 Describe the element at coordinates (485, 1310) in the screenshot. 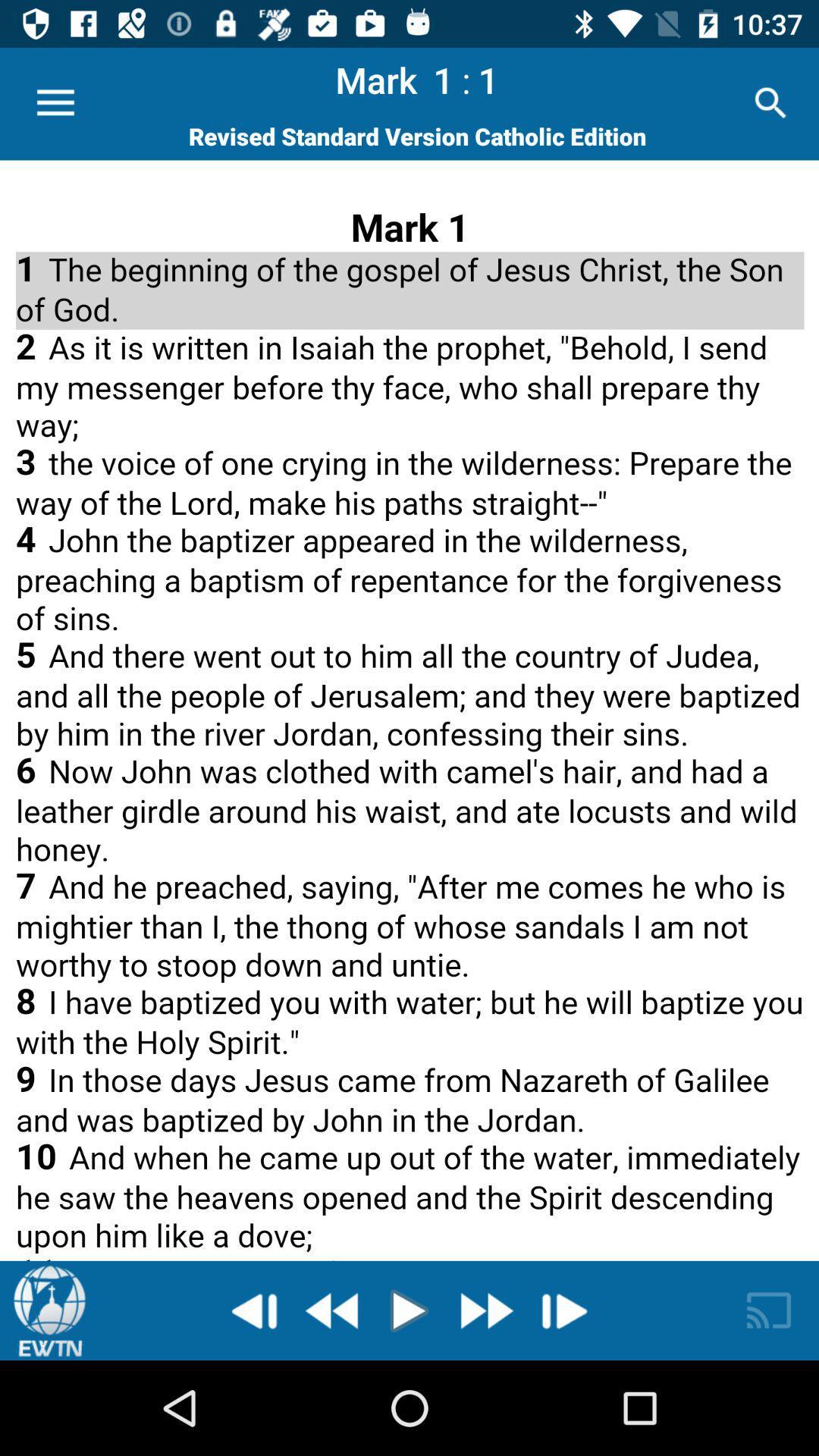

I see `the av_forward icon` at that location.